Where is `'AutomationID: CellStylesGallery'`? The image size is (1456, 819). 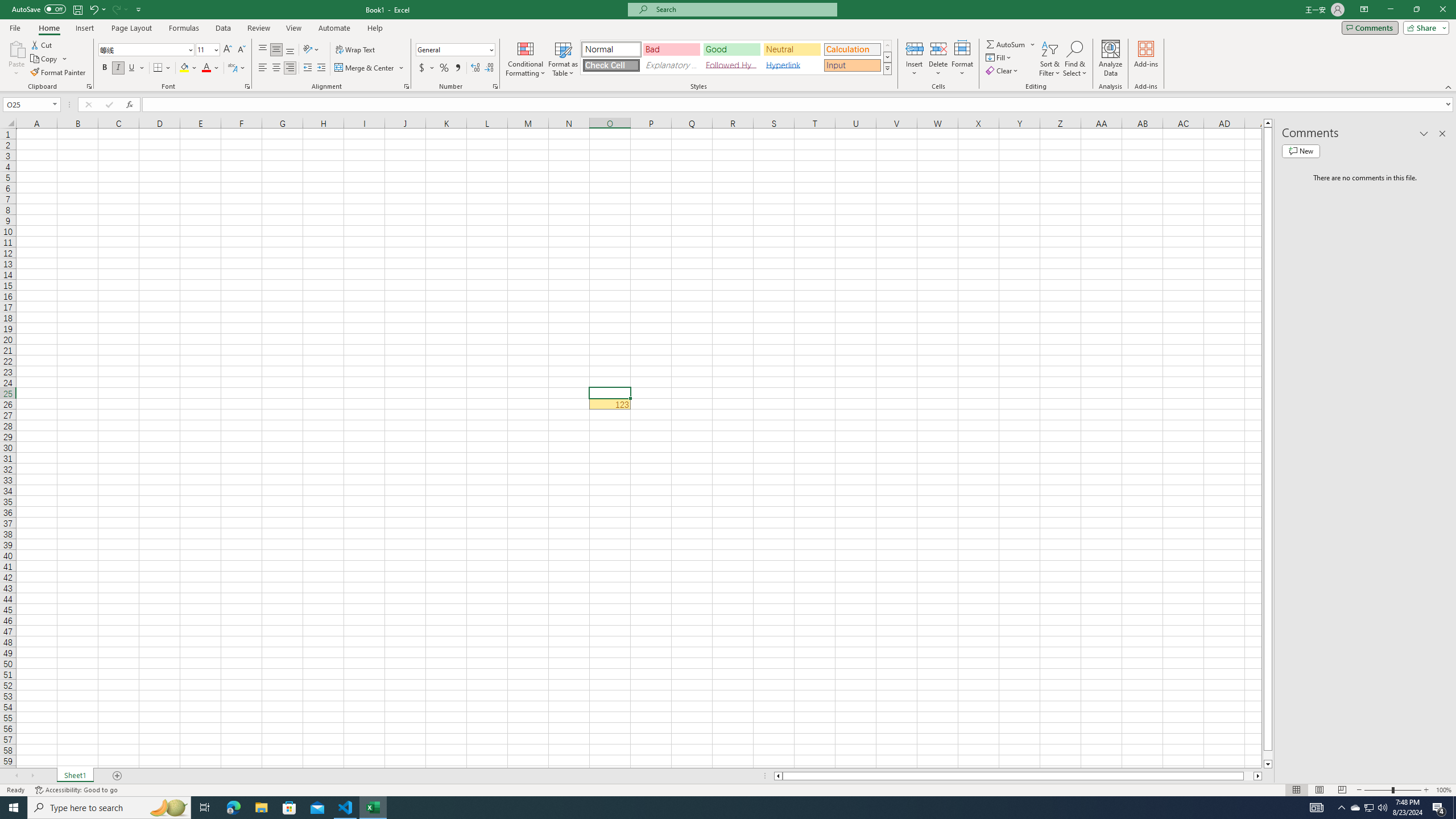
'AutomationID: CellStylesGallery' is located at coordinates (737, 57).